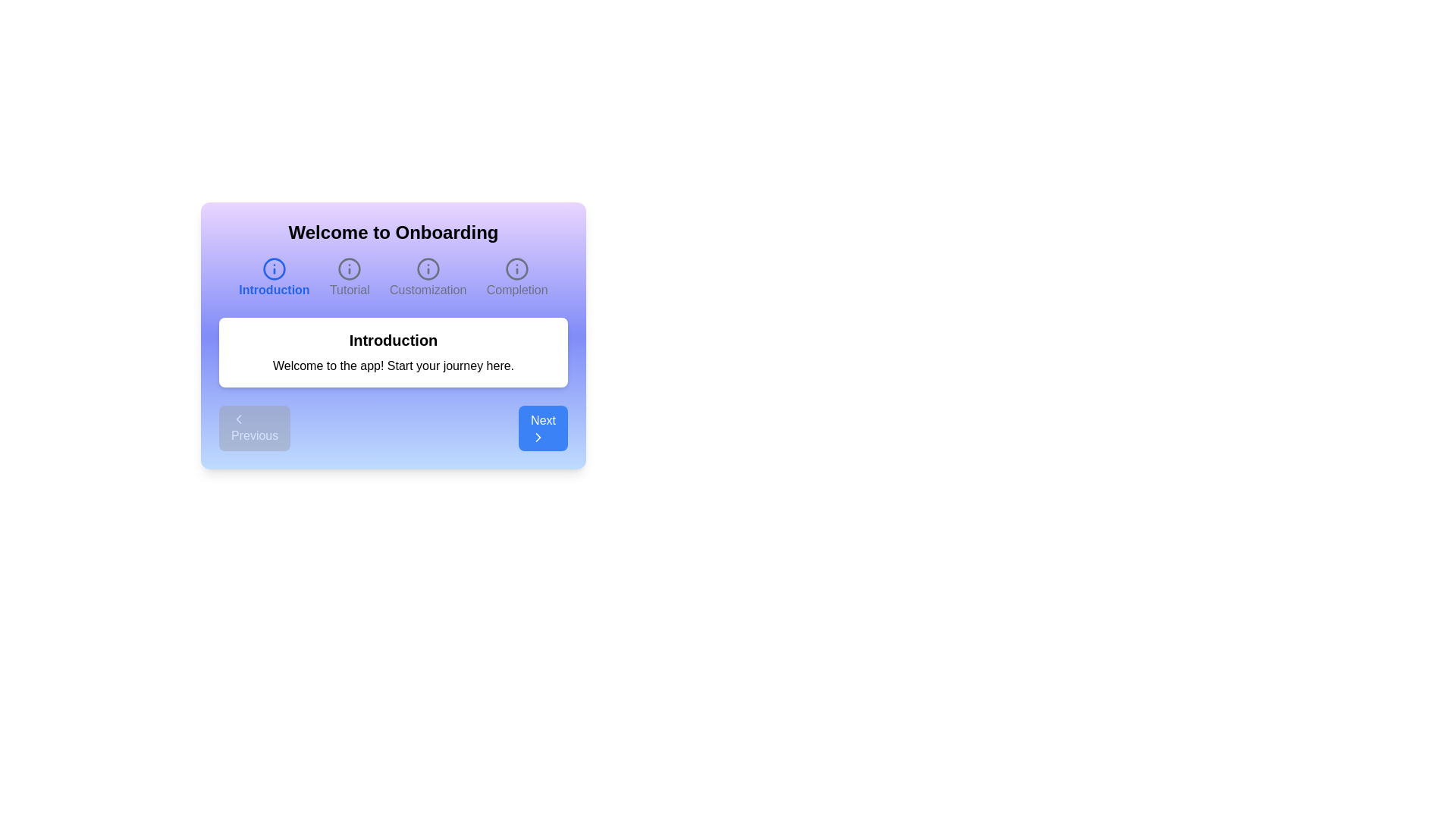 Image resolution: width=1456 pixels, height=819 pixels. I want to click on the Informational panel titled 'Introduction' which contains the welcome message 'Welcome to the app! Start your journey here.', so click(393, 353).